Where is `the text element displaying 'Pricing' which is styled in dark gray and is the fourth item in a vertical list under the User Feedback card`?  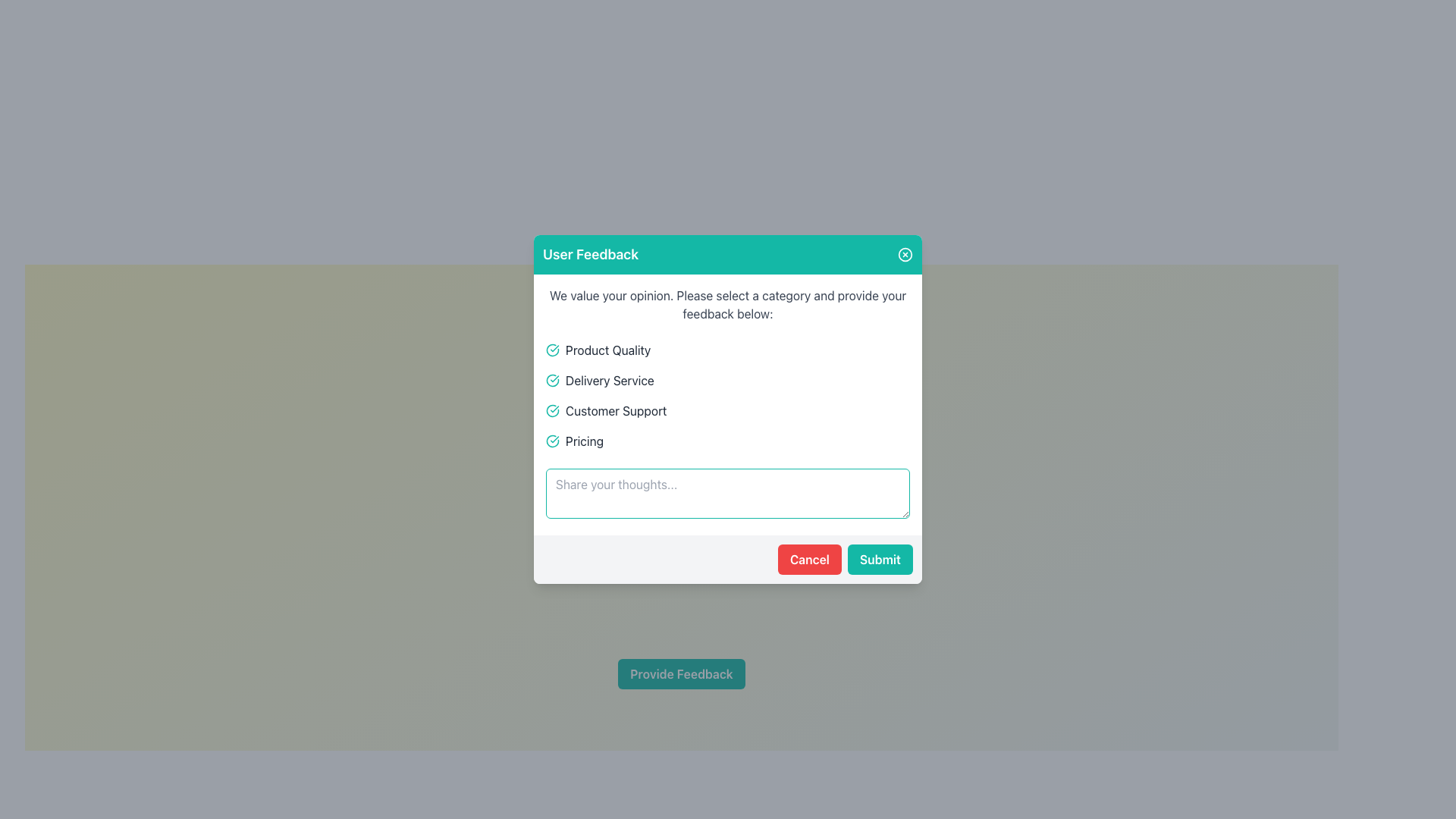
the text element displaying 'Pricing' which is styled in dark gray and is the fourth item in a vertical list under the User Feedback card is located at coordinates (584, 441).